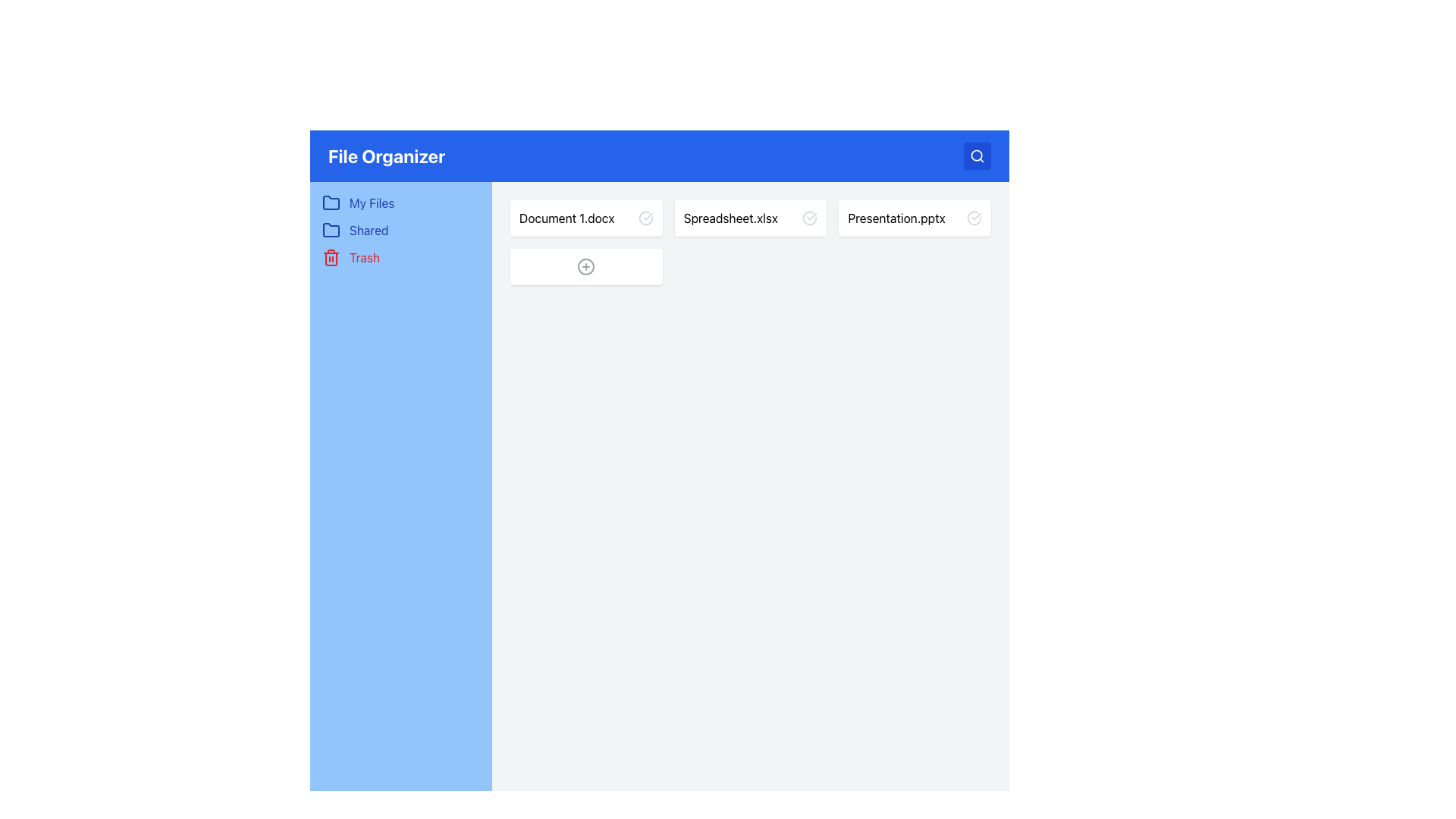  I want to click on the second navigation item labeled 'Shared' in the left panel, so click(400, 231).